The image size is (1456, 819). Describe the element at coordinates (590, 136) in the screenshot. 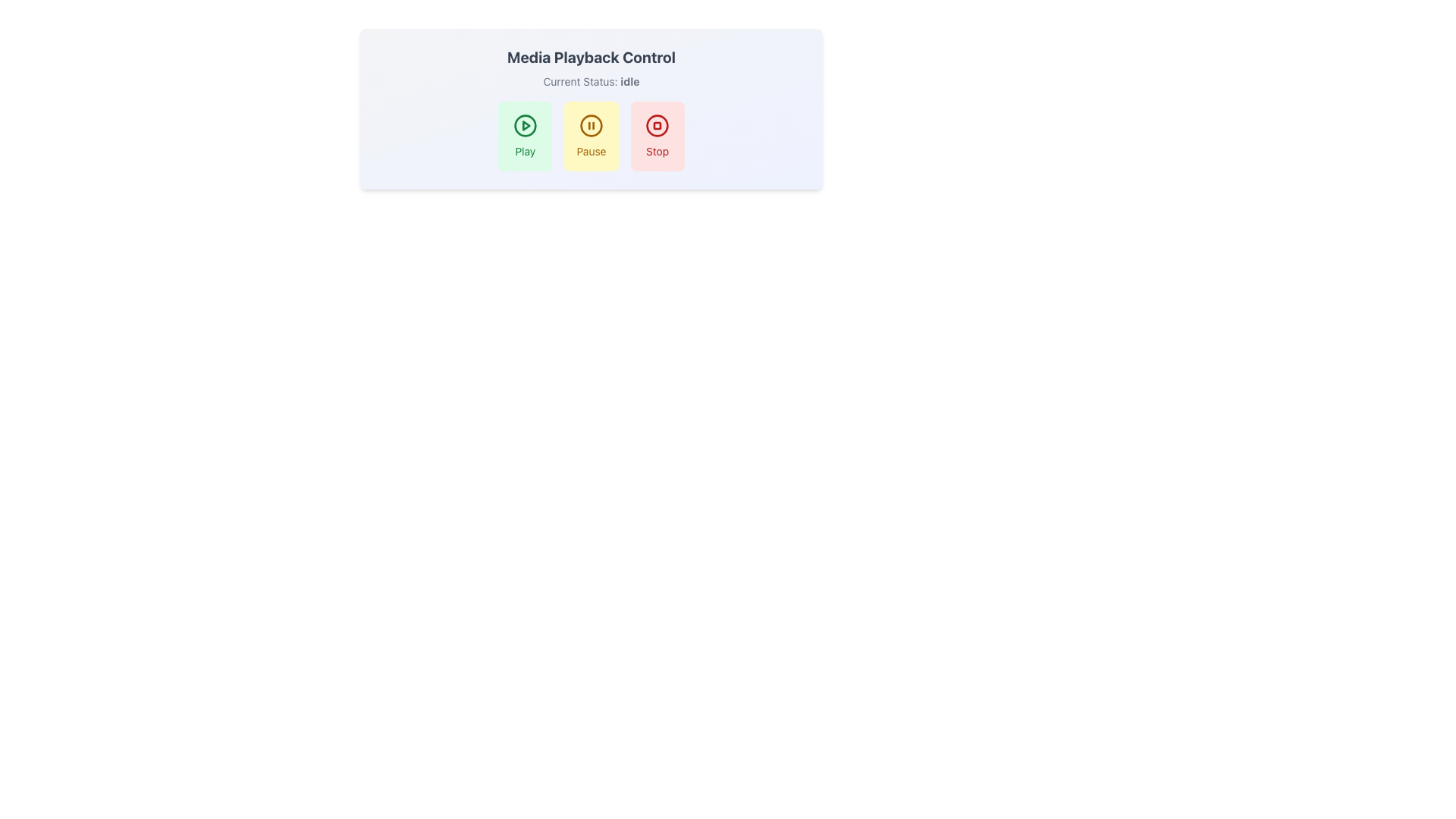

I see `the pause button located in the middle column of the three-column grid layout` at that location.